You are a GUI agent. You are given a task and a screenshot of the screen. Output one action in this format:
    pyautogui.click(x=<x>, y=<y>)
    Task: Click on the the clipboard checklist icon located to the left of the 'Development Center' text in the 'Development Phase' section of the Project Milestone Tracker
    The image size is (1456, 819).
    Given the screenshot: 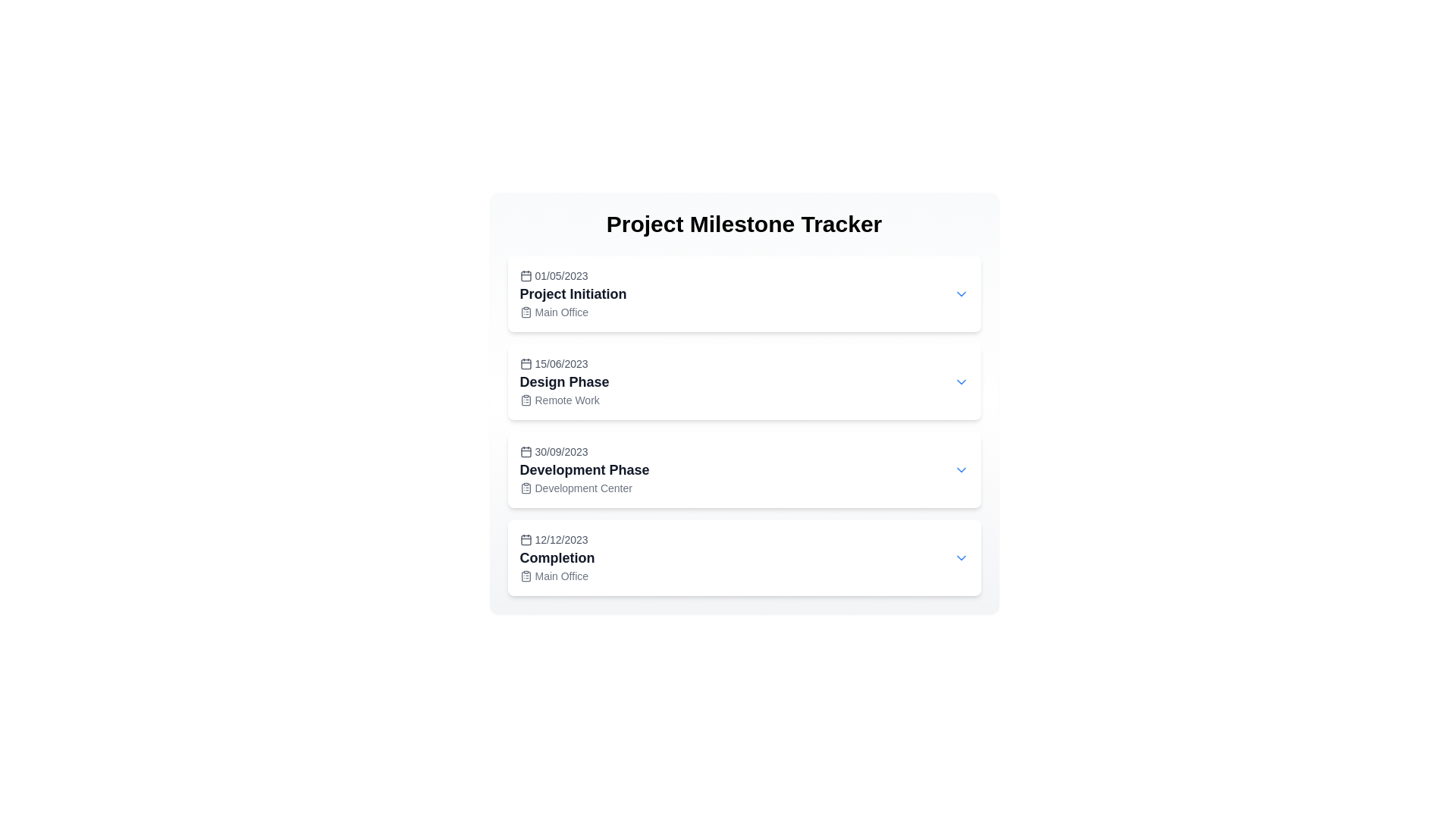 What is the action you would take?
    pyautogui.click(x=526, y=488)
    